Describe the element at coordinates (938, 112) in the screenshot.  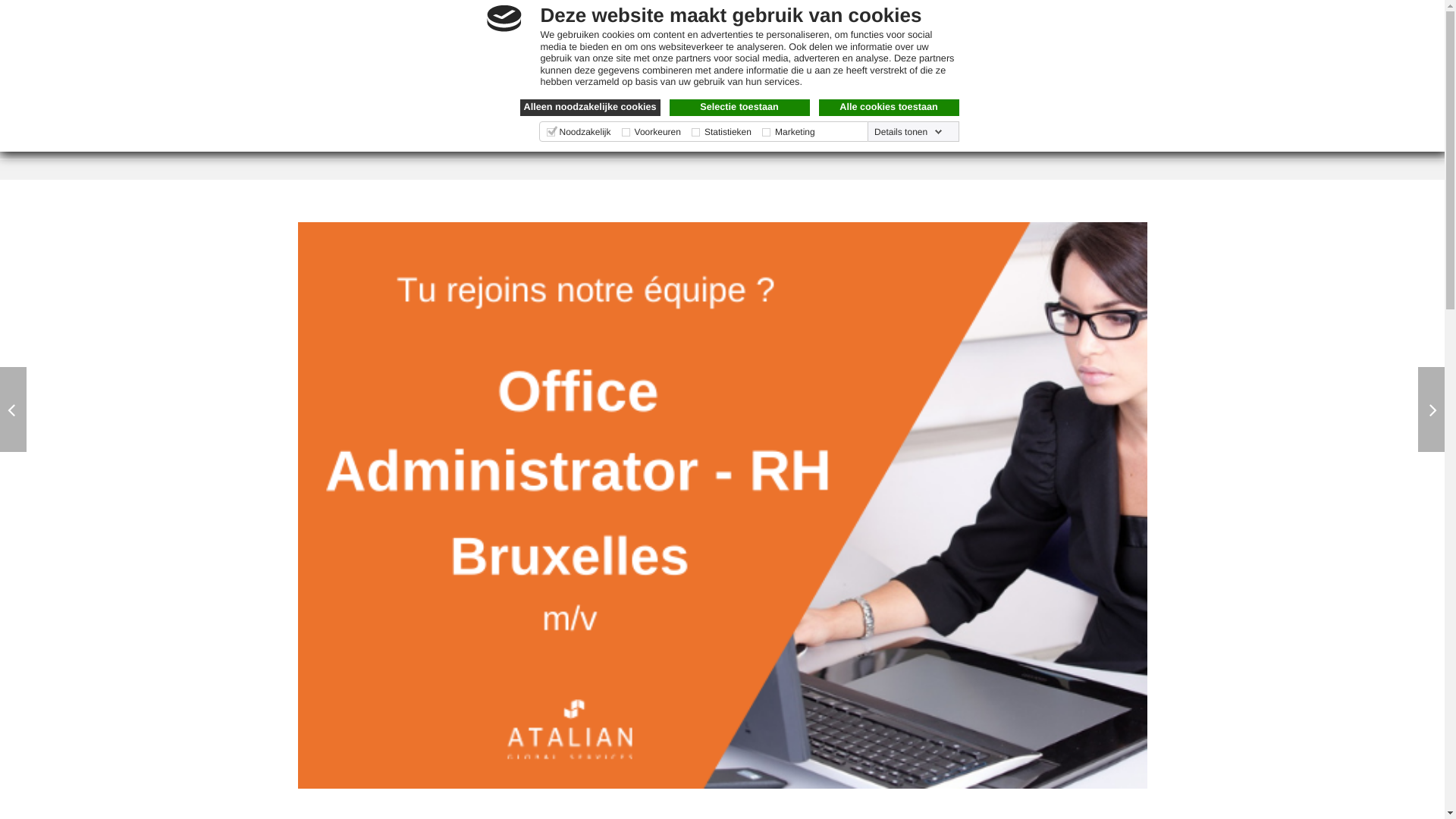
I see `'MVO'` at that location.